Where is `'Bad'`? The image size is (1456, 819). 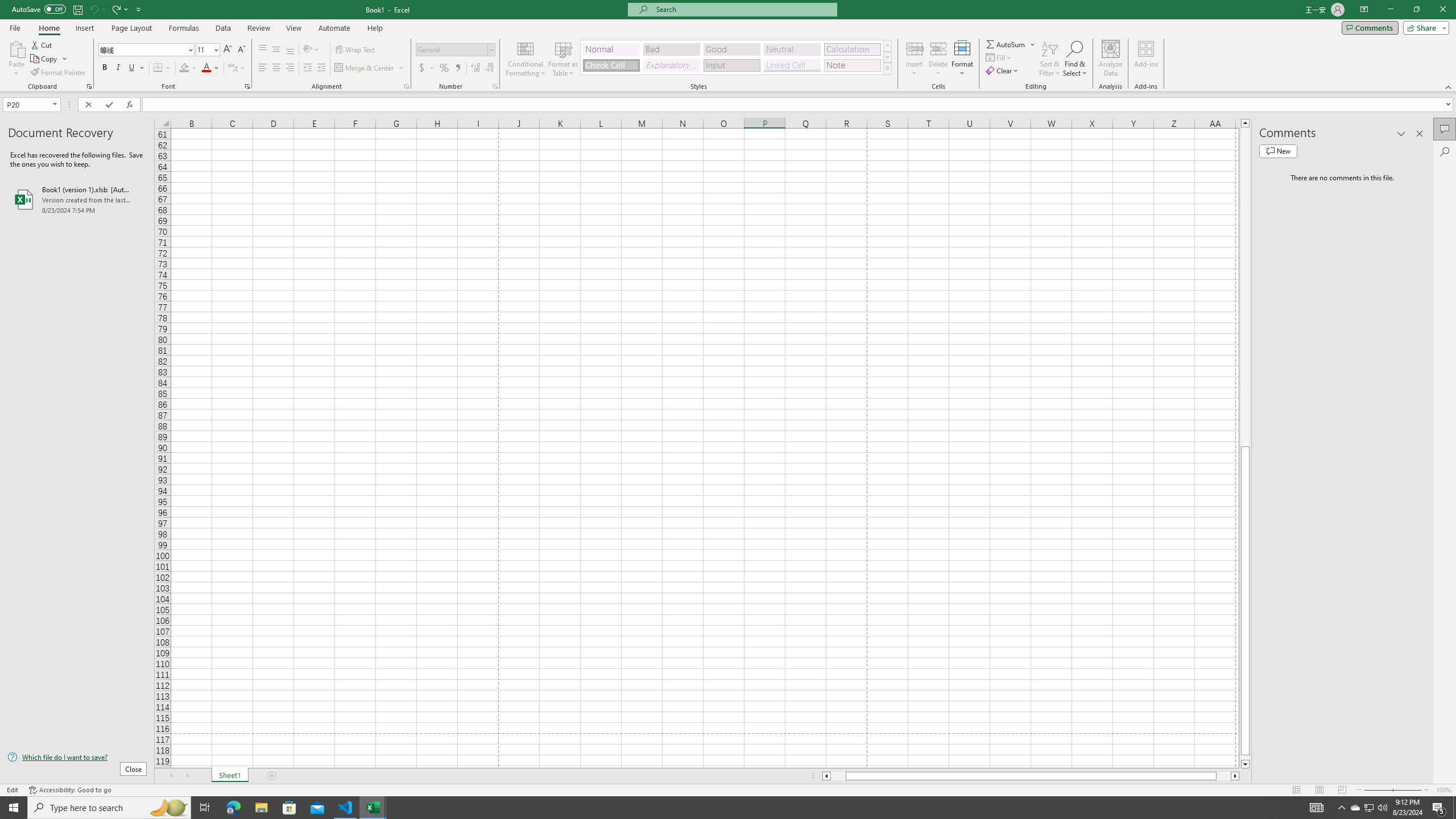 'Bad' is located at coordinates (672, 49).